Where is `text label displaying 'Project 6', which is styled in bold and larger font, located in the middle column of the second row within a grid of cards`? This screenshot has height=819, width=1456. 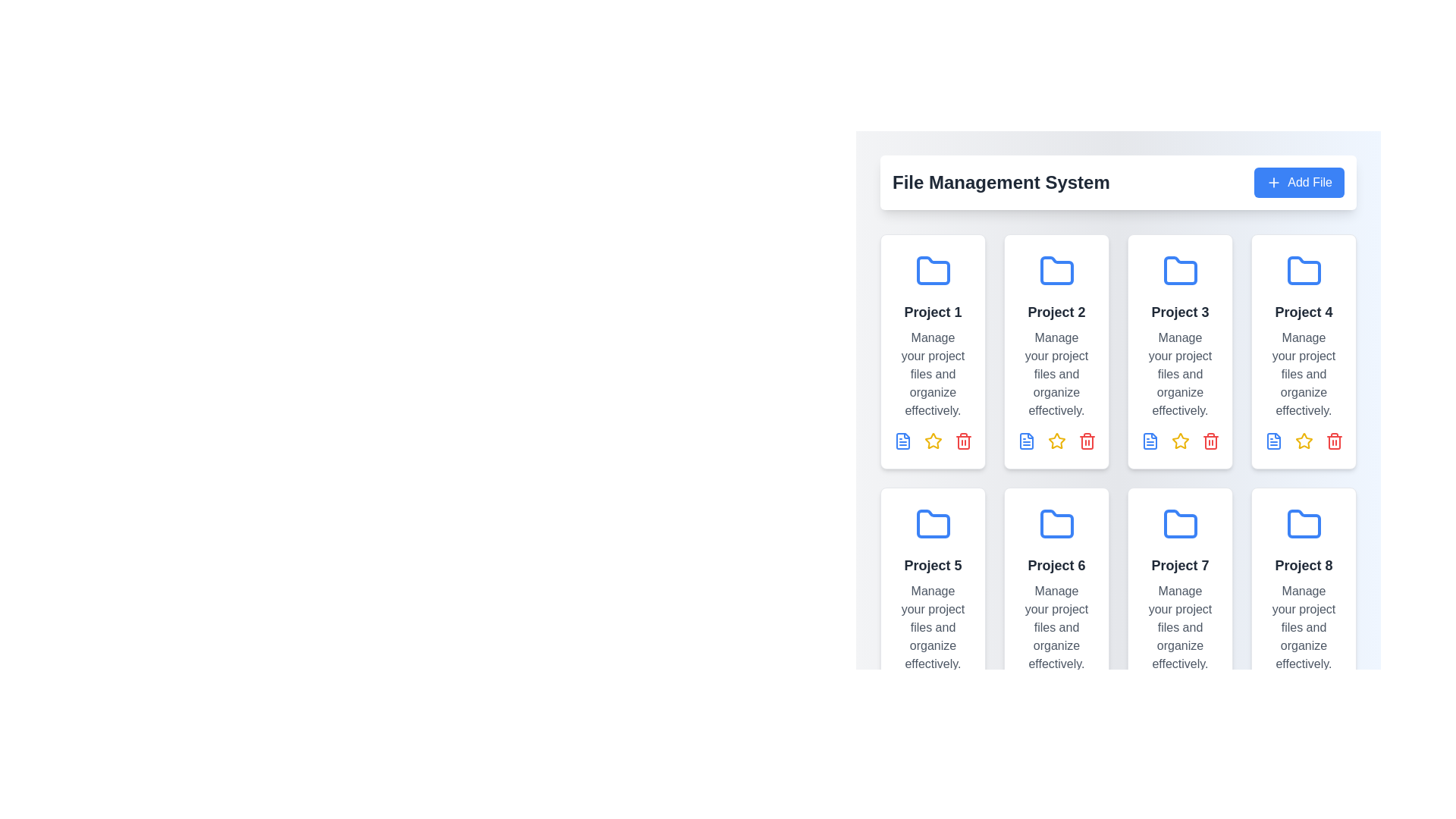 text label displaying 'Project 6', which is styled in bold and larger font, located in the middle column of the second row within a grid of cards is located at coordinates (1056, 565).